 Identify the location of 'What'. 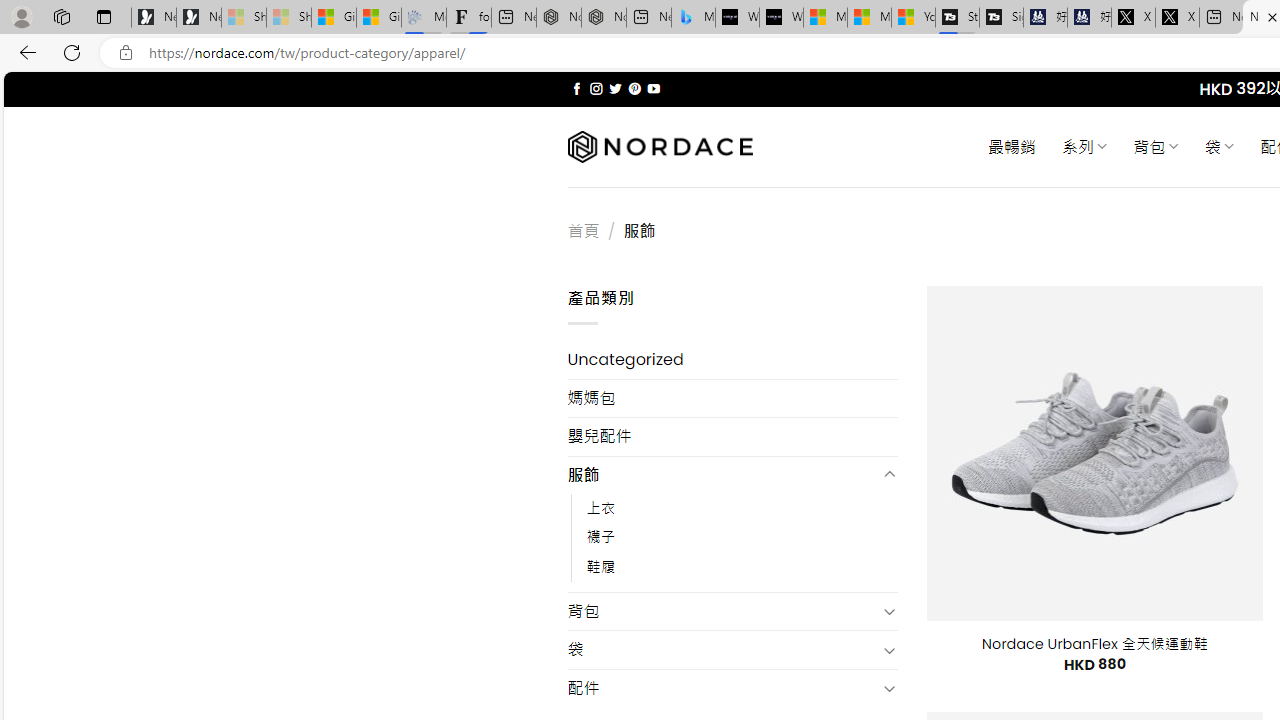
(780, 17).